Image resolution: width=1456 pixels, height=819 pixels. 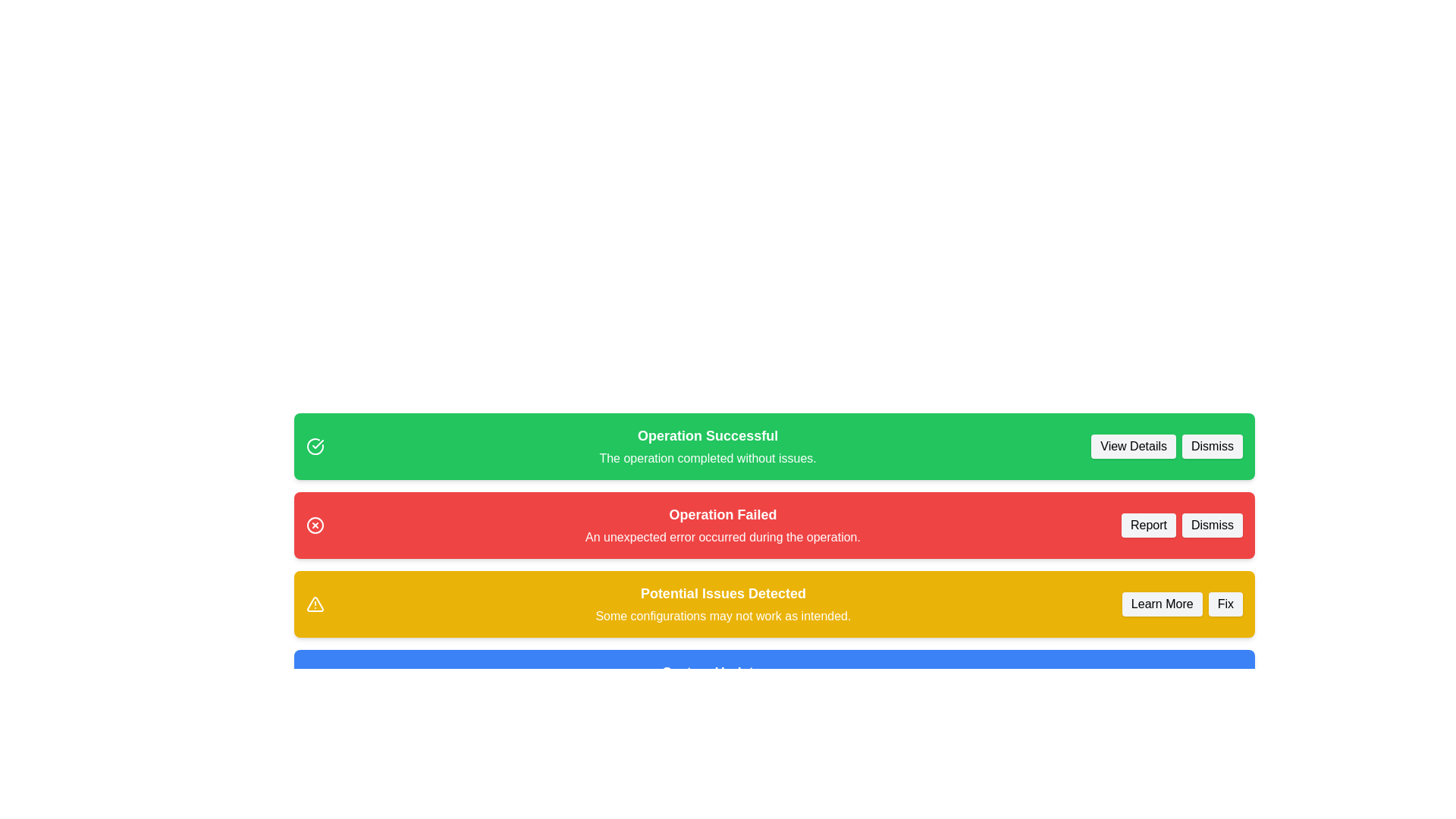 I want to click on the 'View Details' button within the group of interactive buttons located in the green alert box labeled 'Operation Successful', so click(x=1166, y=446).